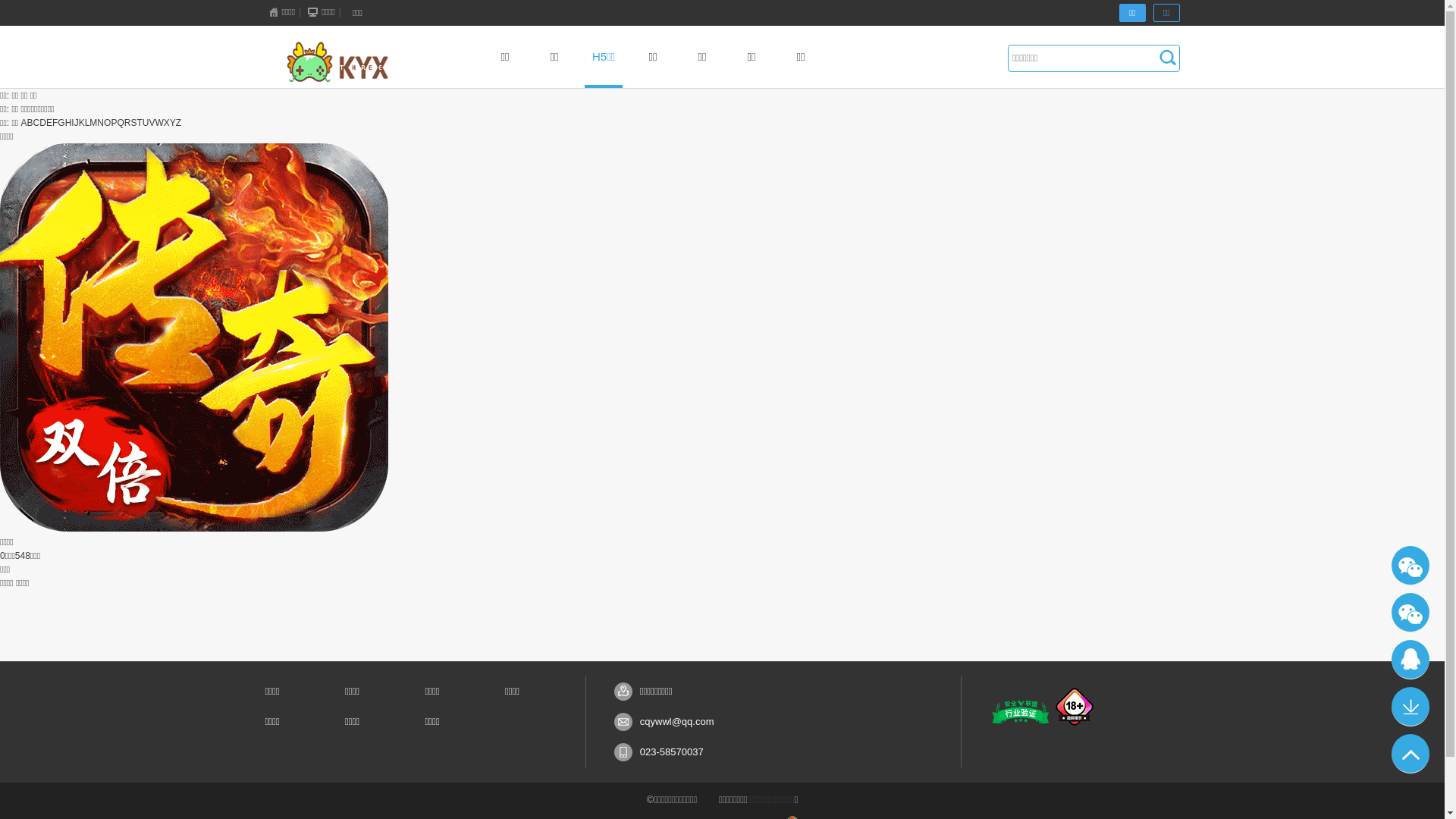 The height and width of the screenshot is (819, 1456). I want to click on 'C', so click(33, 122).